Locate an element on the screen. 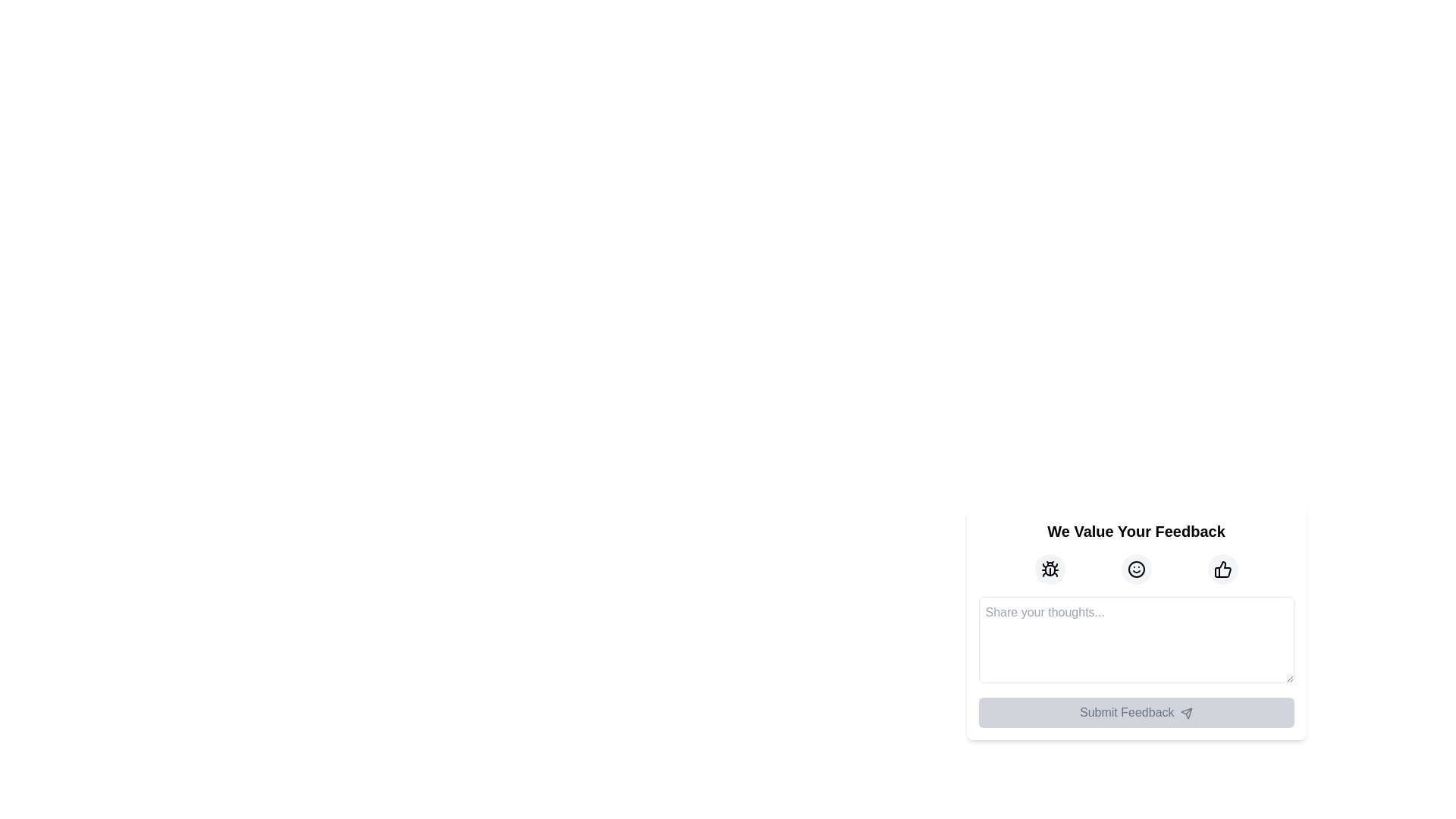 The image size is (1456, 819). the feedback submission button located at the bottom of the feedback submission card is located at coordinates (1136, 713).